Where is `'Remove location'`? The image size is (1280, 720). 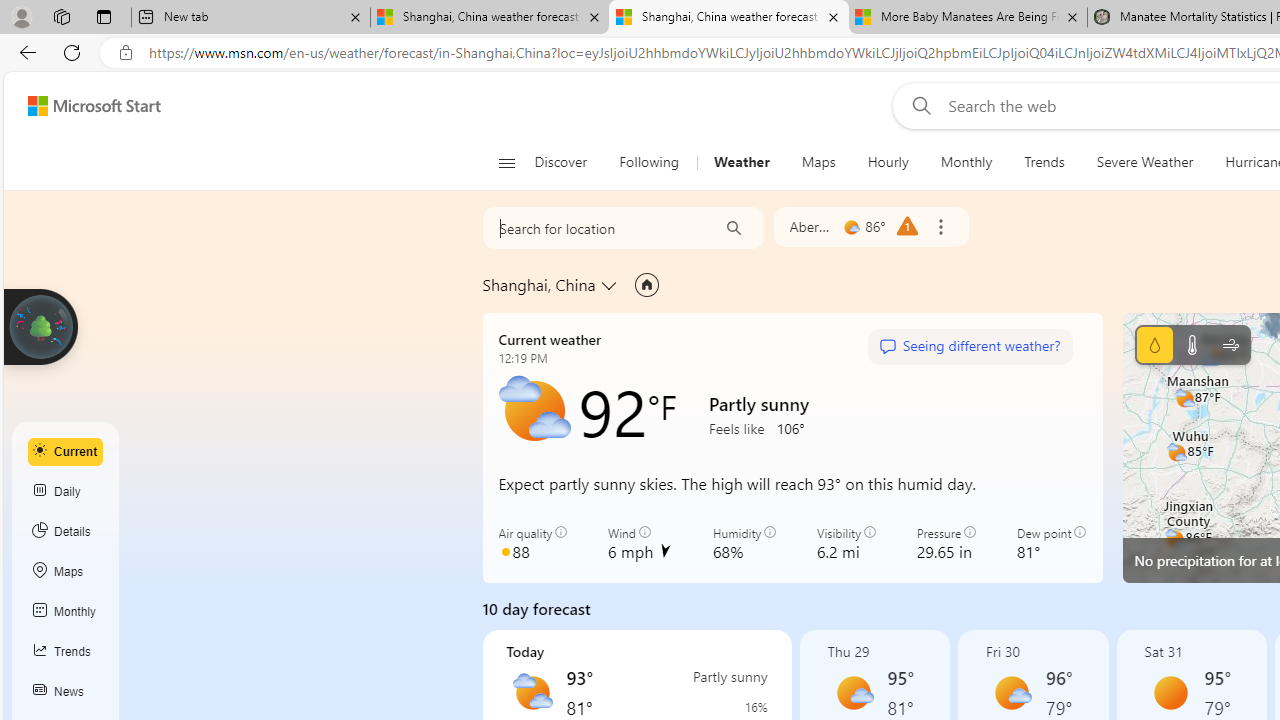 'Remove location' is located at coordinates (939, 226).